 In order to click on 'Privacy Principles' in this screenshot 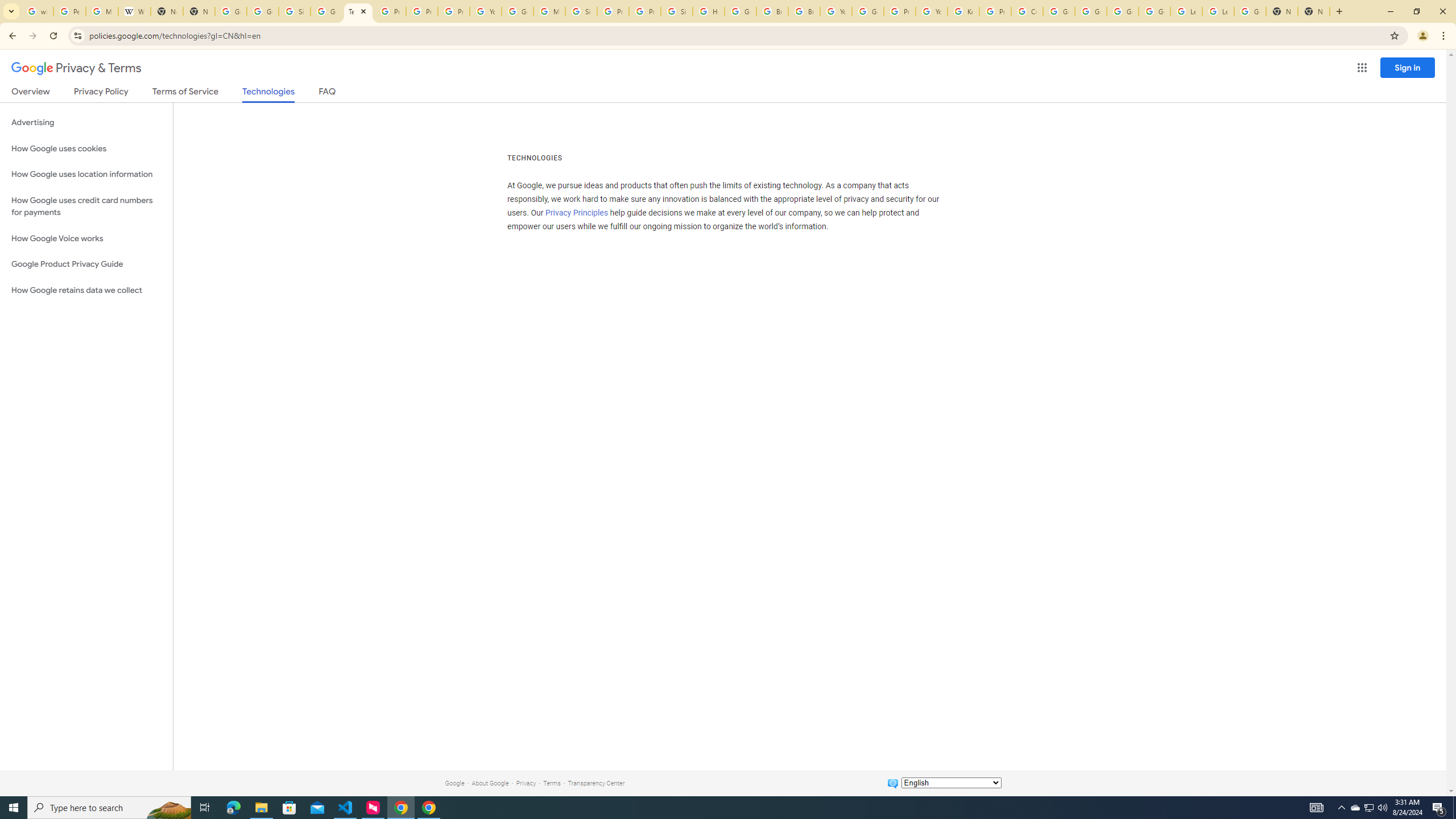, I will do `click(577, 213)`.